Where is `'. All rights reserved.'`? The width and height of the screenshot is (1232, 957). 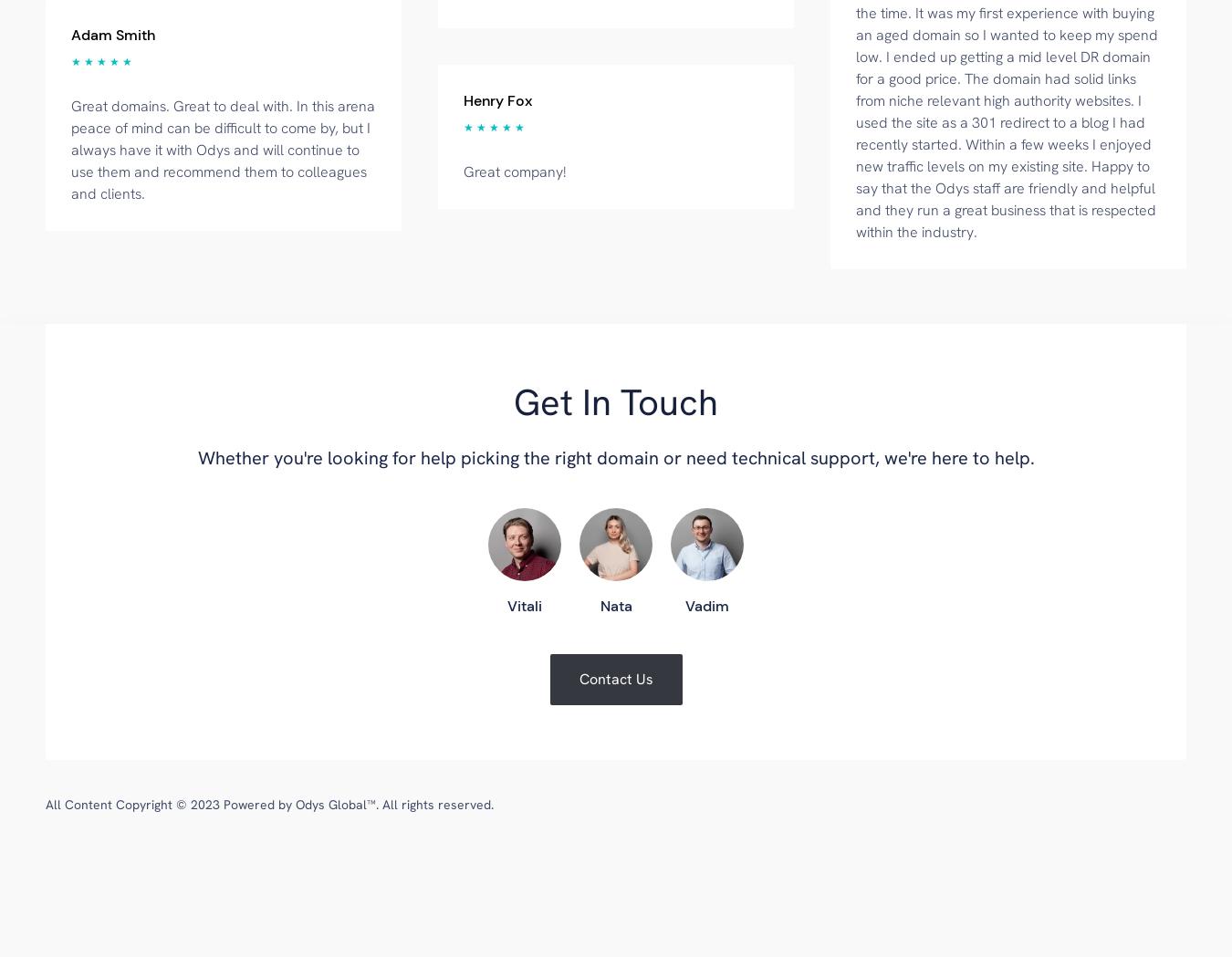 '. All rights reserved.' is located at coordinates (433, 803).